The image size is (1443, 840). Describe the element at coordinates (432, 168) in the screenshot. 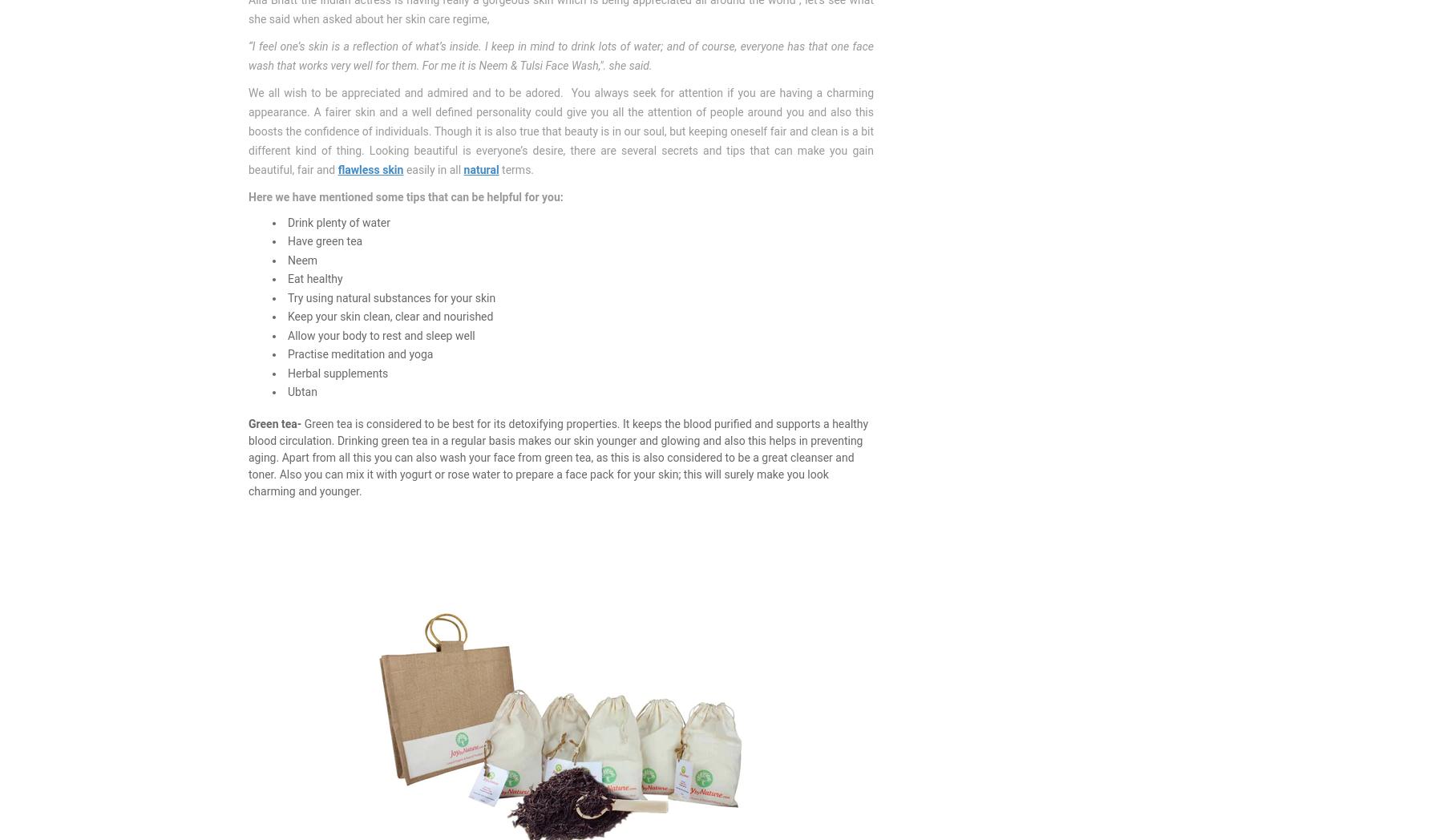

I see `'easily in all'` at that location.